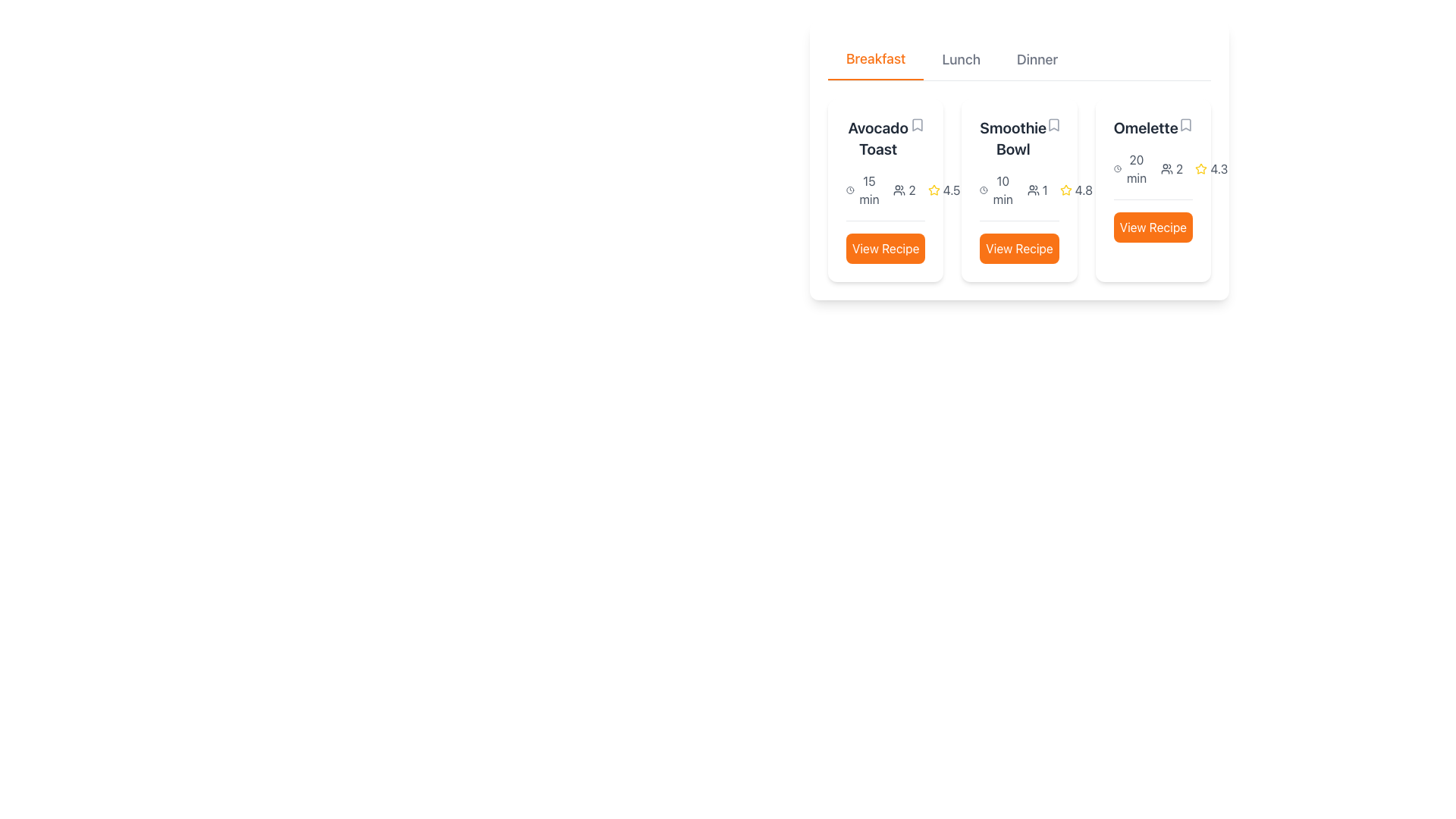 This screenshot has height=819, width=1456. What do you see at coordinates (1019, 59) in the screenshot?
I see `the 'Dinner' navigation tab to filter dinner items from the meal options panel, which consists of three tabs: 'Breakfast', 'Lunch', and 'Dinner' with 'Breakfast' currently active` at bounding box center [1019, 59].